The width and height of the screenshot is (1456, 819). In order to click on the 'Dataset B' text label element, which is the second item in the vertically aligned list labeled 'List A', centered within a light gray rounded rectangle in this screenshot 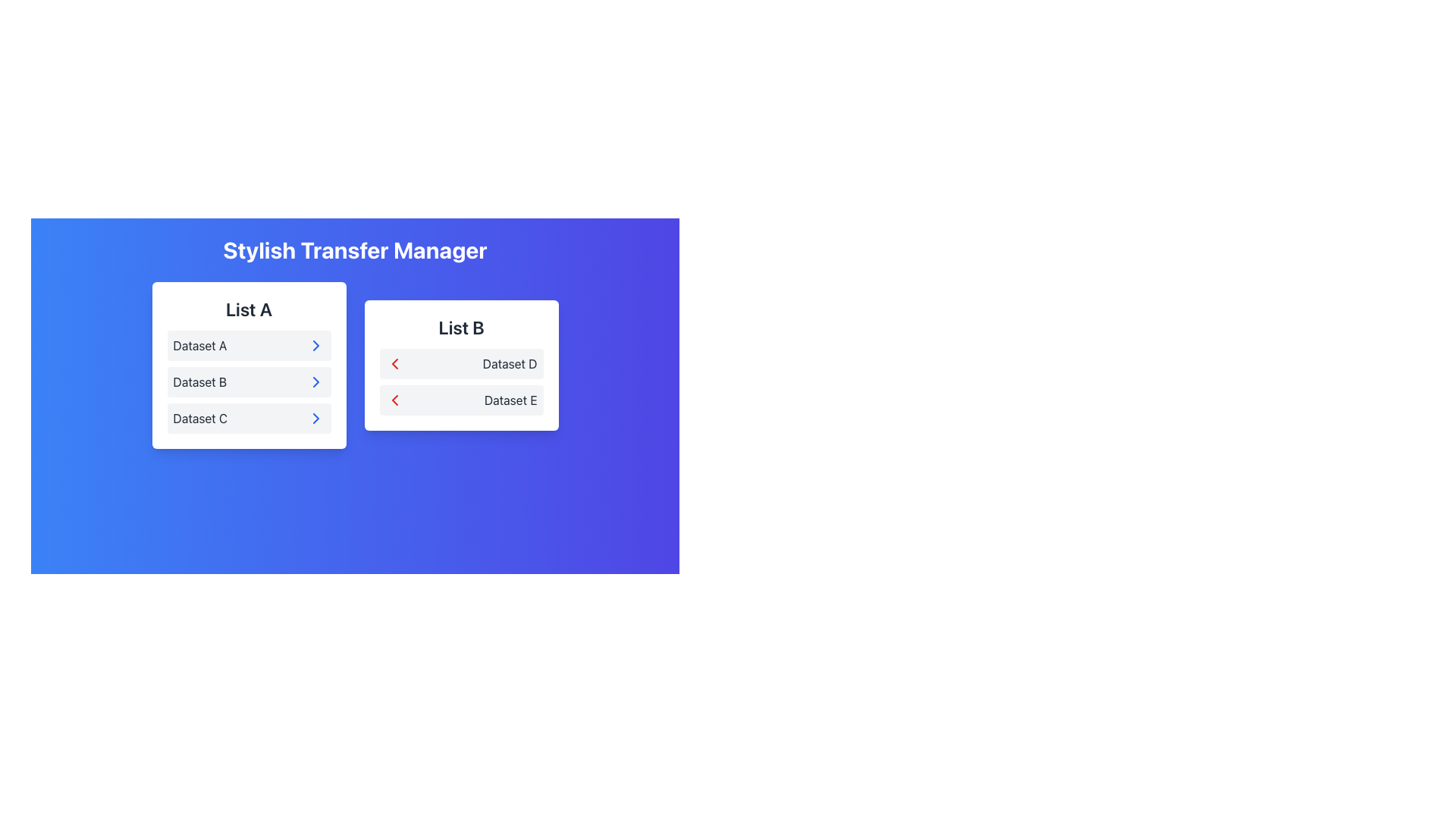, I will do `click(199, 381)`.